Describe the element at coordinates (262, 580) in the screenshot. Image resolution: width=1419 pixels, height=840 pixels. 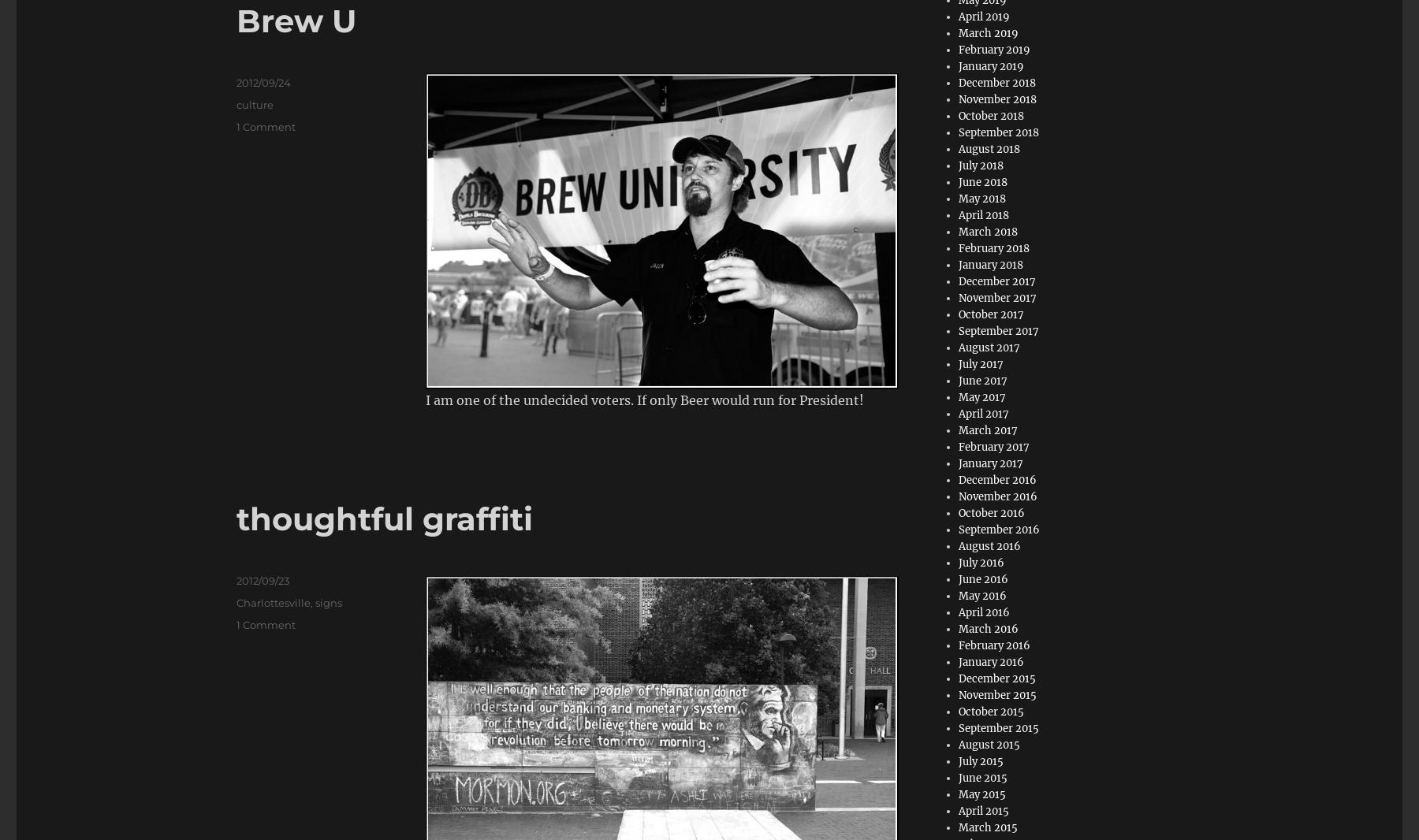
I see `'2012/09/23'` at that location.